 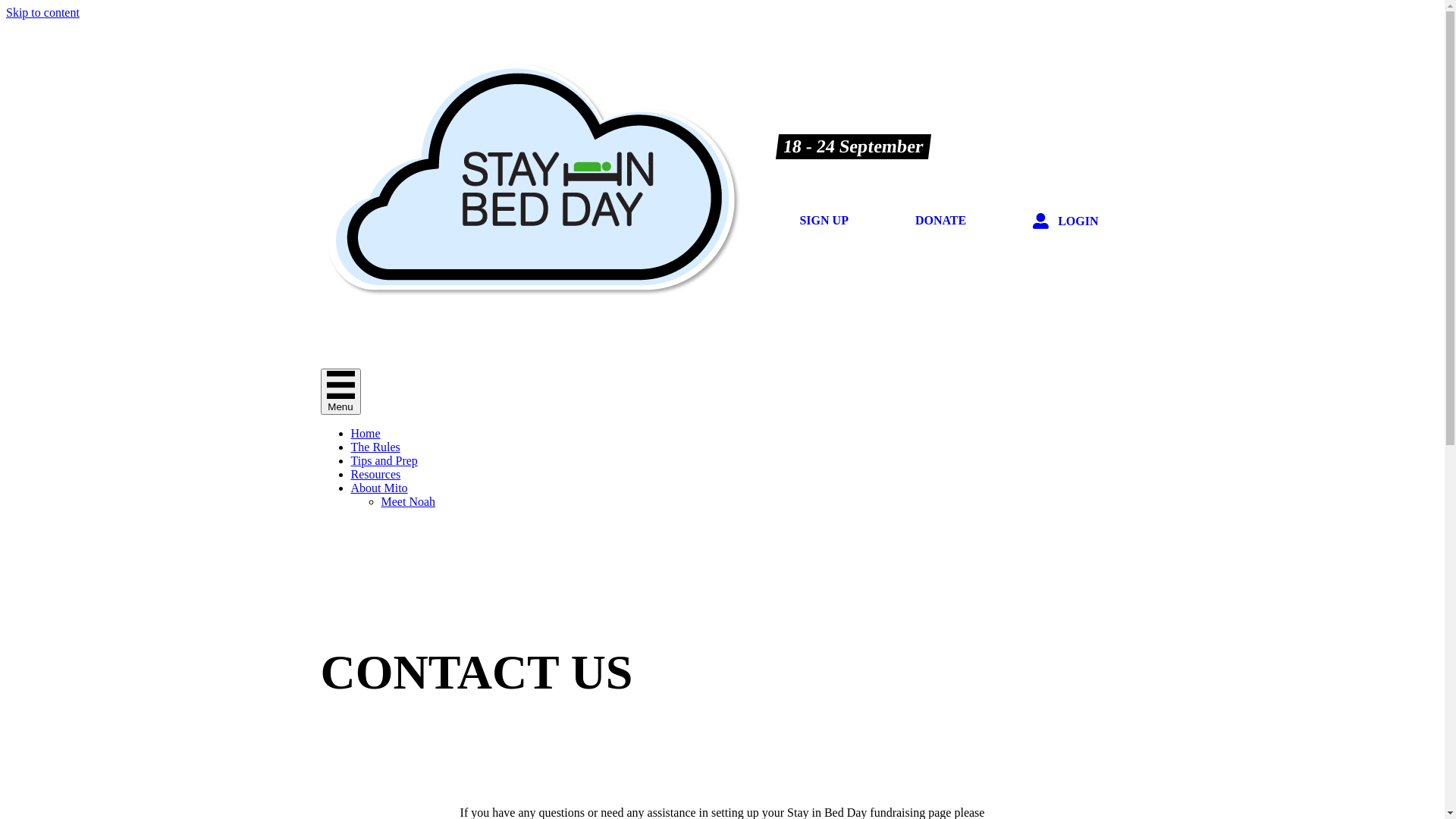 What do you see at coordinates (1065, 221) in the screenshot?
I see `'LOGIN'` at bounding box center [1065, 221].